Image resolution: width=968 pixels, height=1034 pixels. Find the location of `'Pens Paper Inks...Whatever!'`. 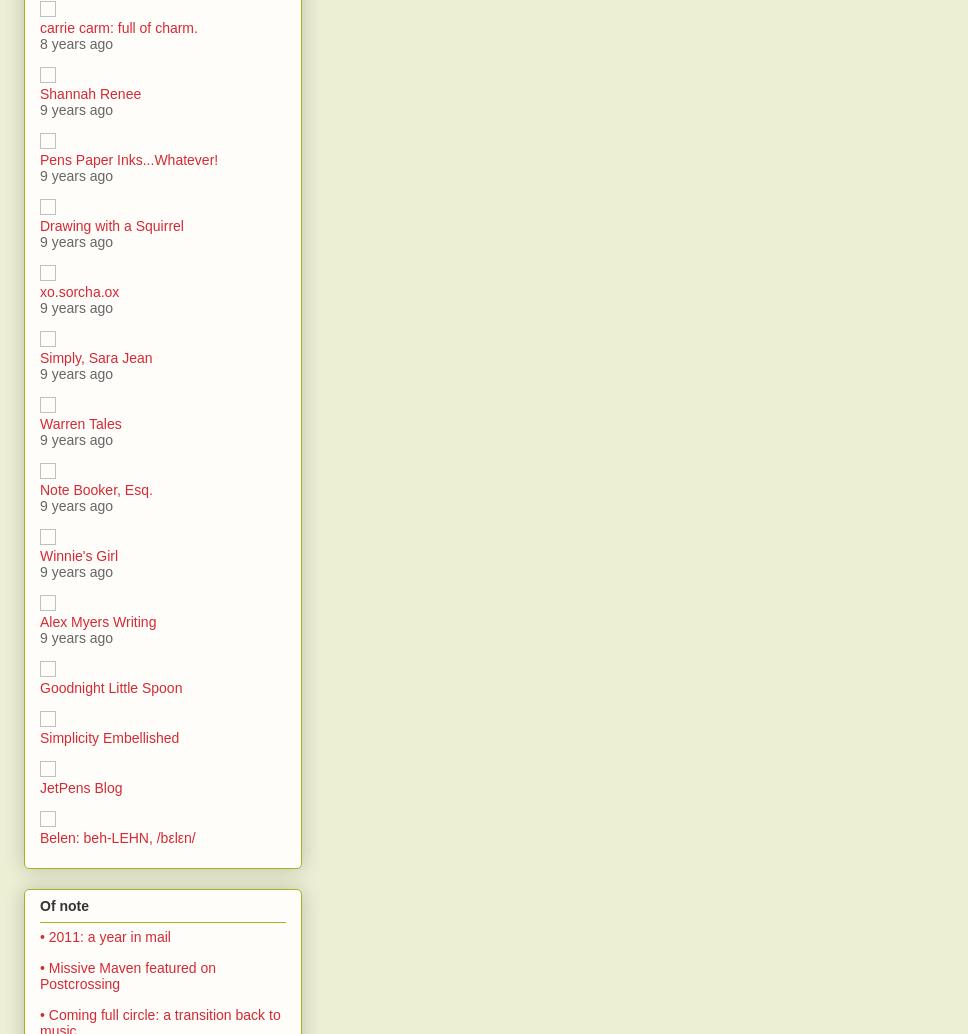

'Pens Paper Inks...Whatever!' is located at coordinates (128, 159).